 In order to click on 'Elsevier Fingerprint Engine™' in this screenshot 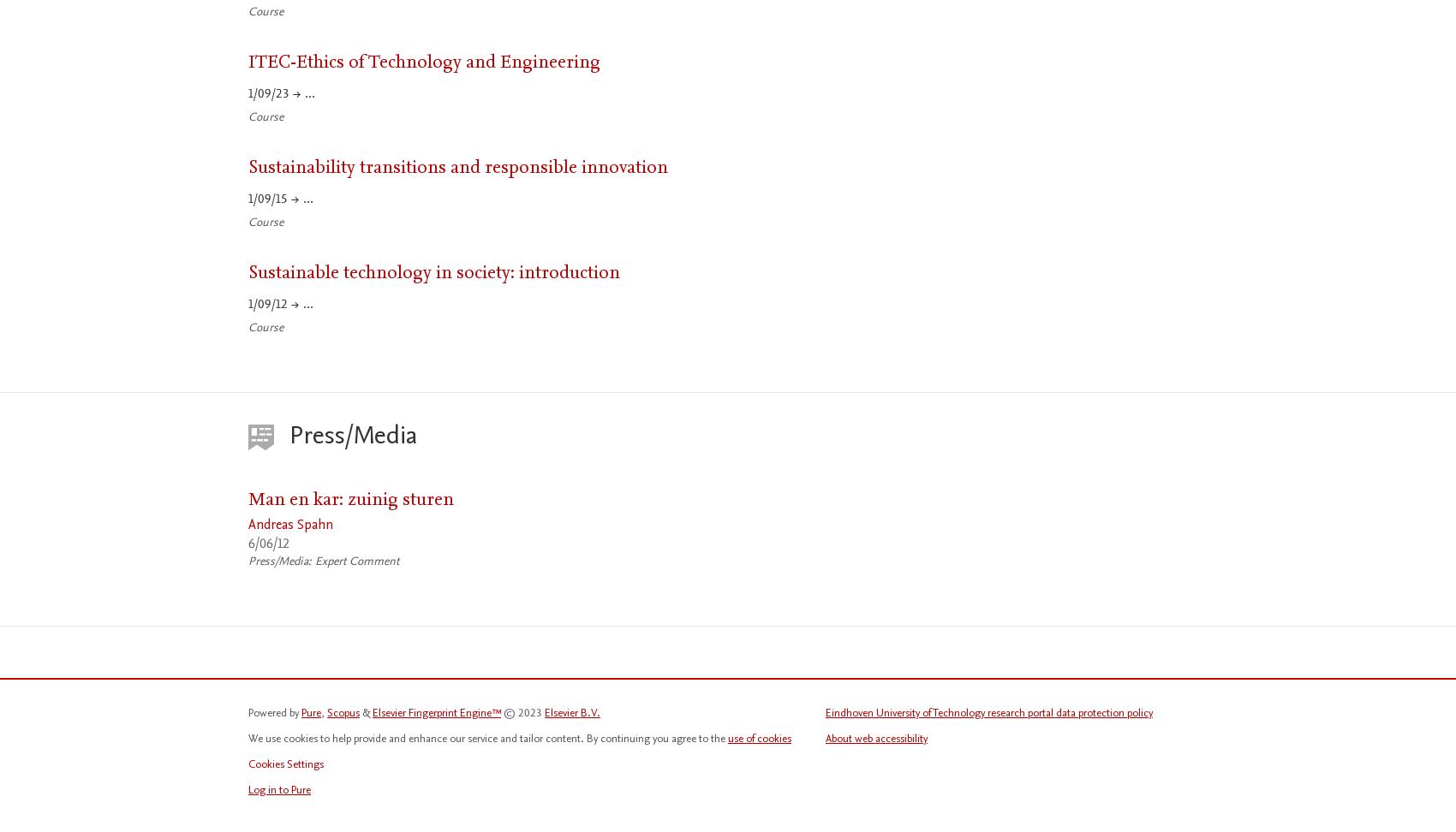, I will do `click(437, 711)`.